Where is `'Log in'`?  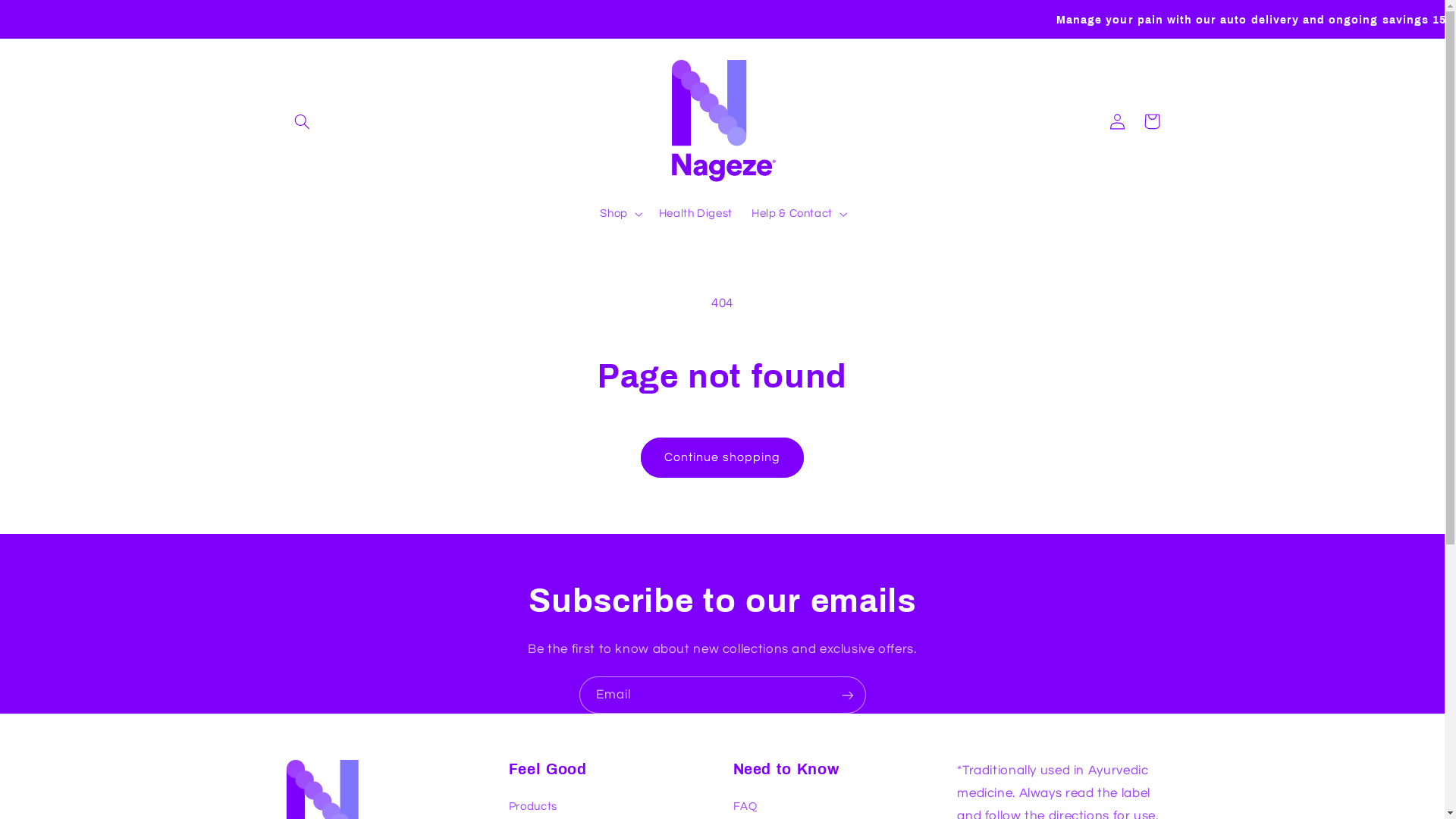 'Log in' is located at coordinates (1117, 120).